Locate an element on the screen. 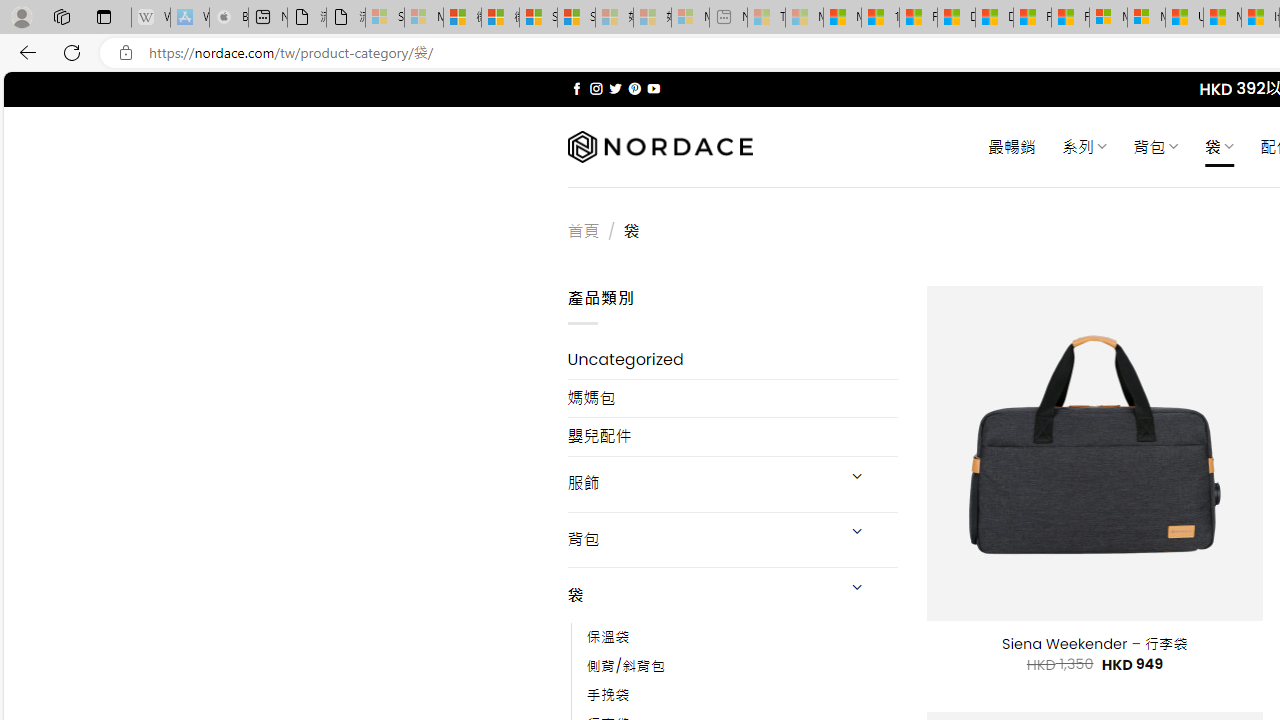  'Follow on Facebook' is located at coordinates (576, 88).